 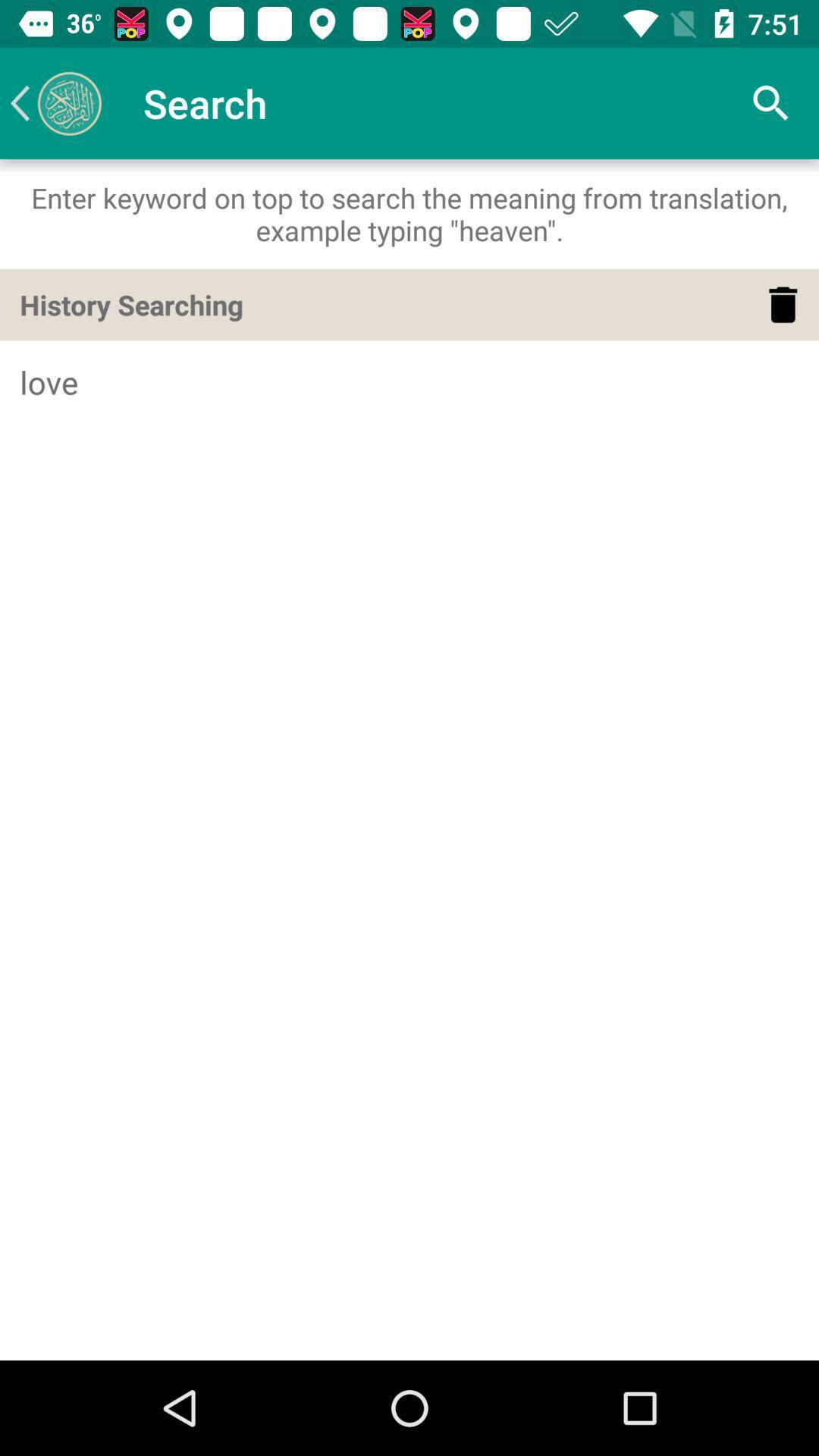 What do you see at coordinates (409, 382) in the screenshot?
I see `love icon` at bounding box center [409, 382].